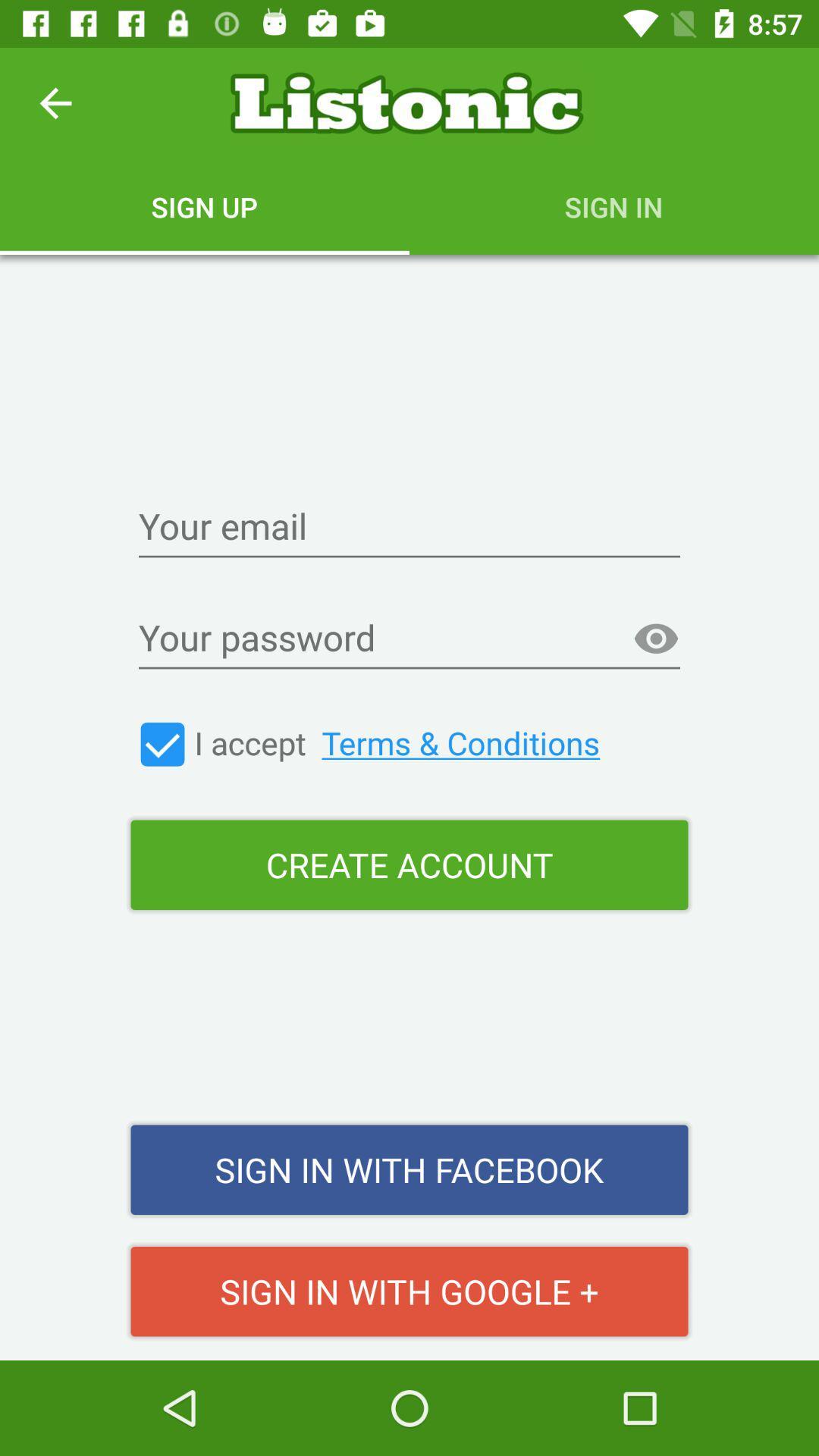  What do you see at coordinates (409, 864) in the screenshot?
I see `create account icon` at bounding box center [409, 864].